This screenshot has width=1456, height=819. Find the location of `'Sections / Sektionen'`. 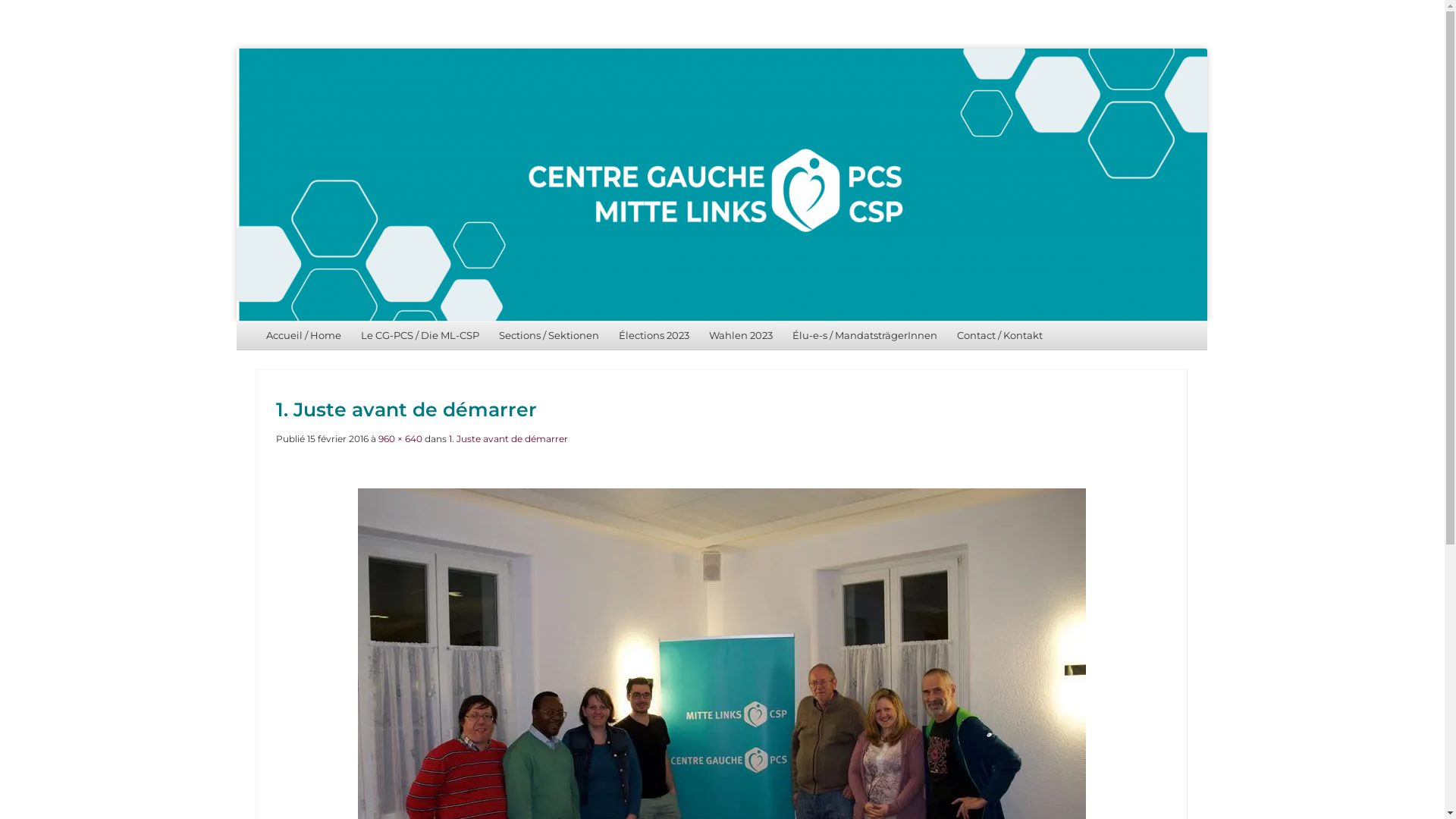

'Sections / Sektionen' is located at coordinates (548, 334).